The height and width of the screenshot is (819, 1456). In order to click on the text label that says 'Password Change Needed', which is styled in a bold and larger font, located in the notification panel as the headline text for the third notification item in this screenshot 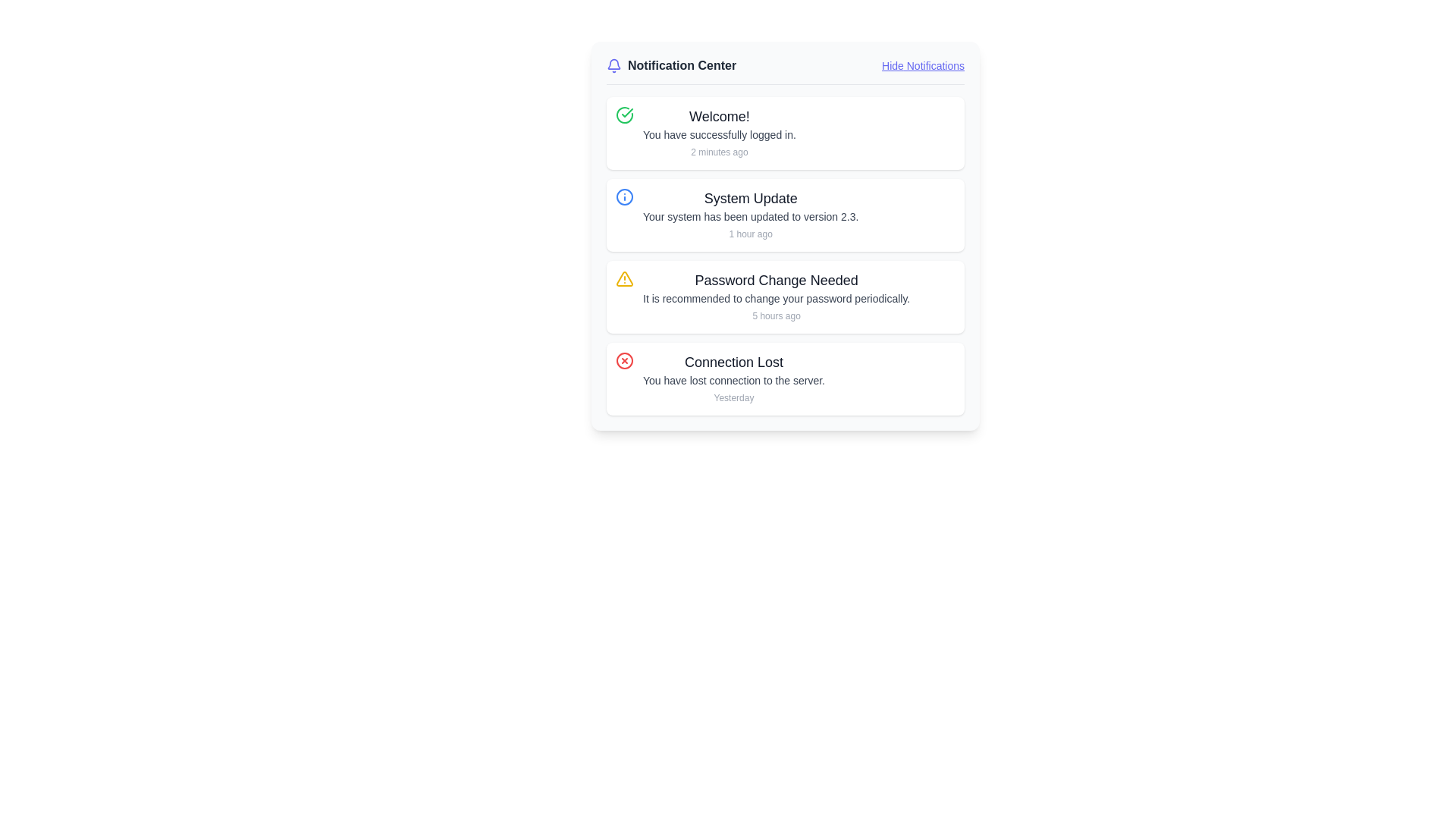, I will do `click(777, 281)`.